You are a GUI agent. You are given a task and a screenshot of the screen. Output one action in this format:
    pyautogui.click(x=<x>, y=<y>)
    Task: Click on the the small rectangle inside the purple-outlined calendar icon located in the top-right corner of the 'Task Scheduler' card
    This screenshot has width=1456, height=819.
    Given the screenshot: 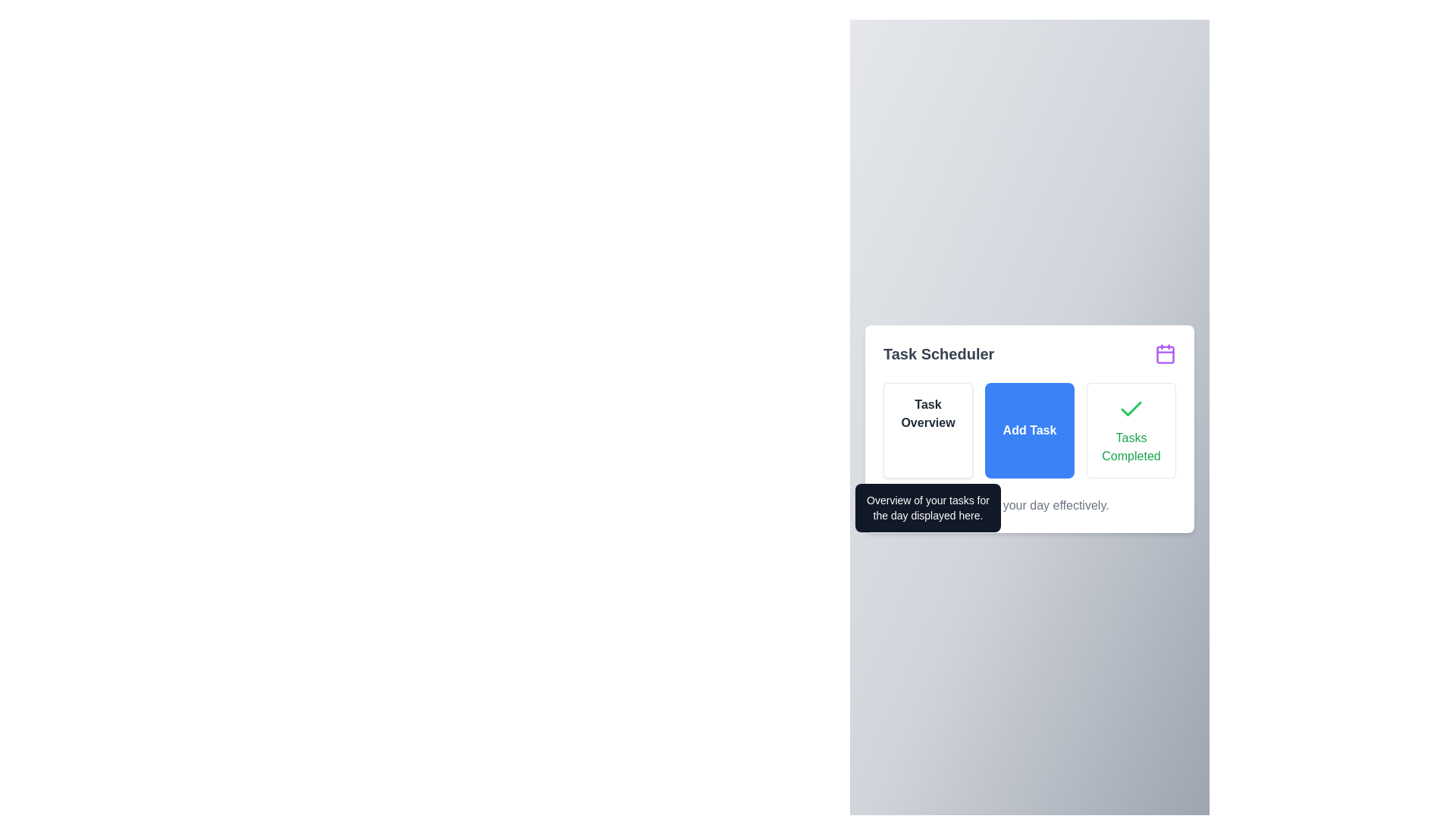 What is the action you would take?
    pyautogui.click(x=1164, y=354)
    